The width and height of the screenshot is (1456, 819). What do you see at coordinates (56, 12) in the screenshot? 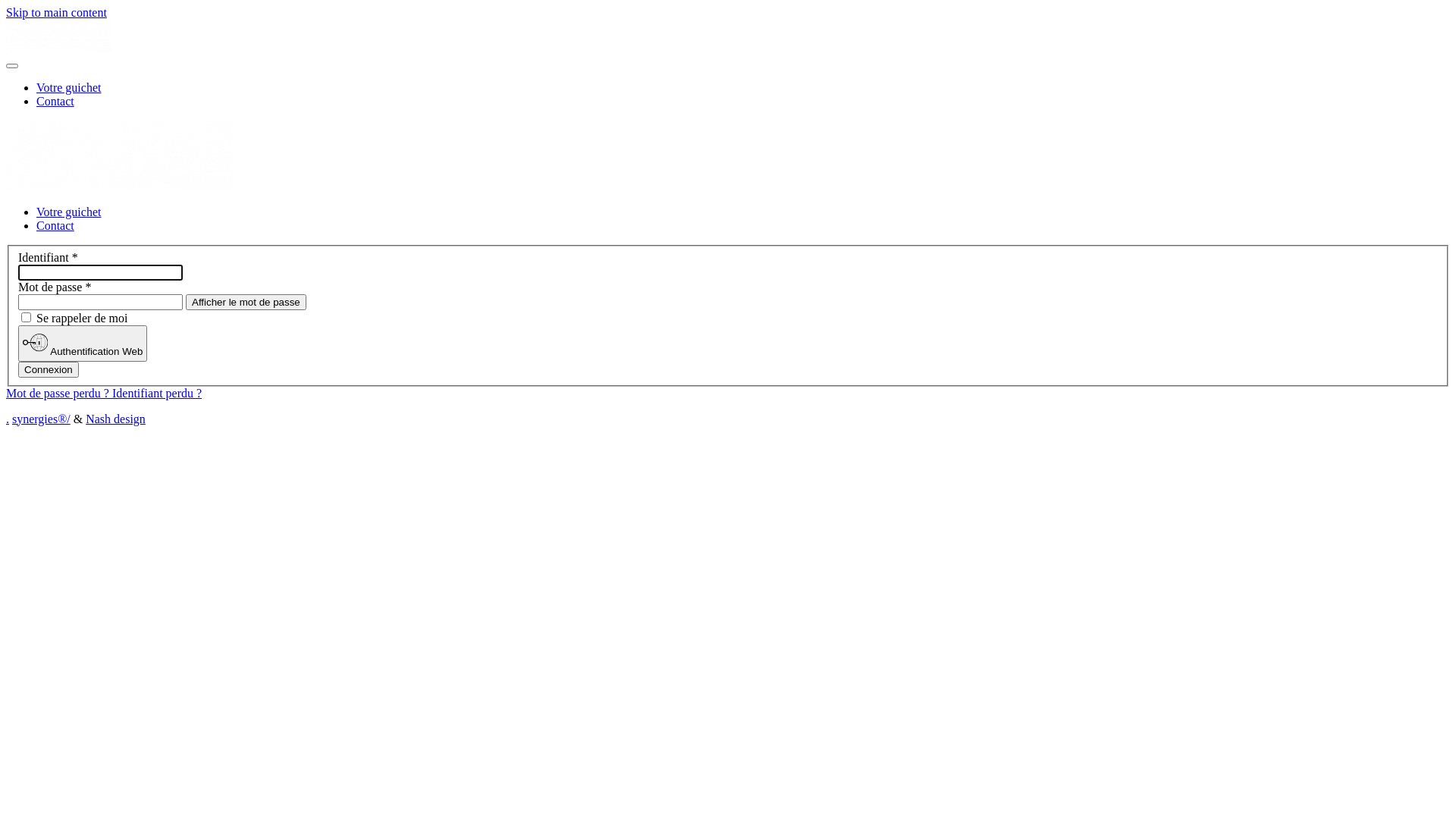
I see `'Skip to main content'` at bounding box center [56, 12].